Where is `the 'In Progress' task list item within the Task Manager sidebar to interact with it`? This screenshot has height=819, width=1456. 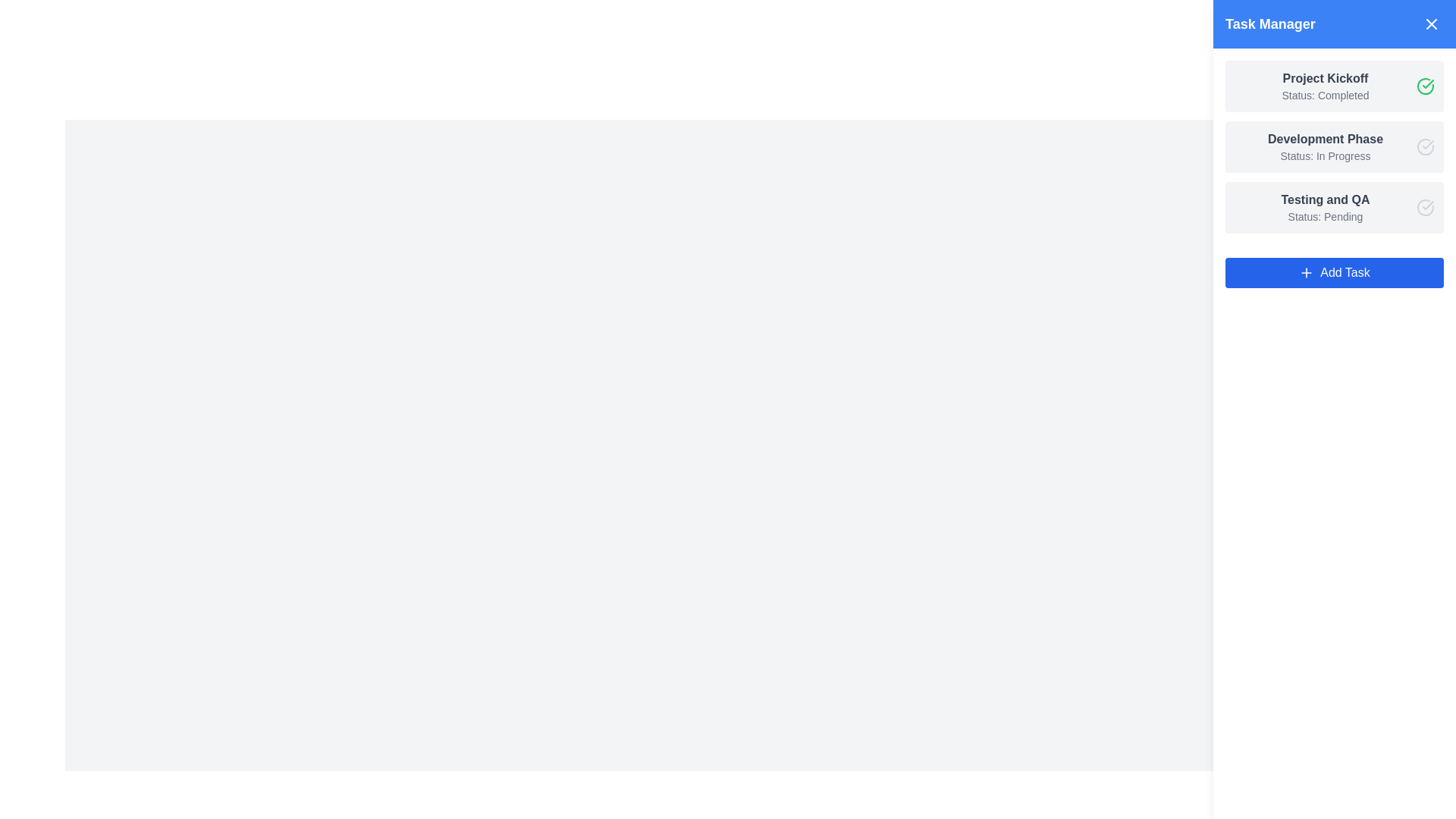
the 'In Progress' task list item within the Task Manager sidebar to interact with it is located at coordinates (1335, 146).